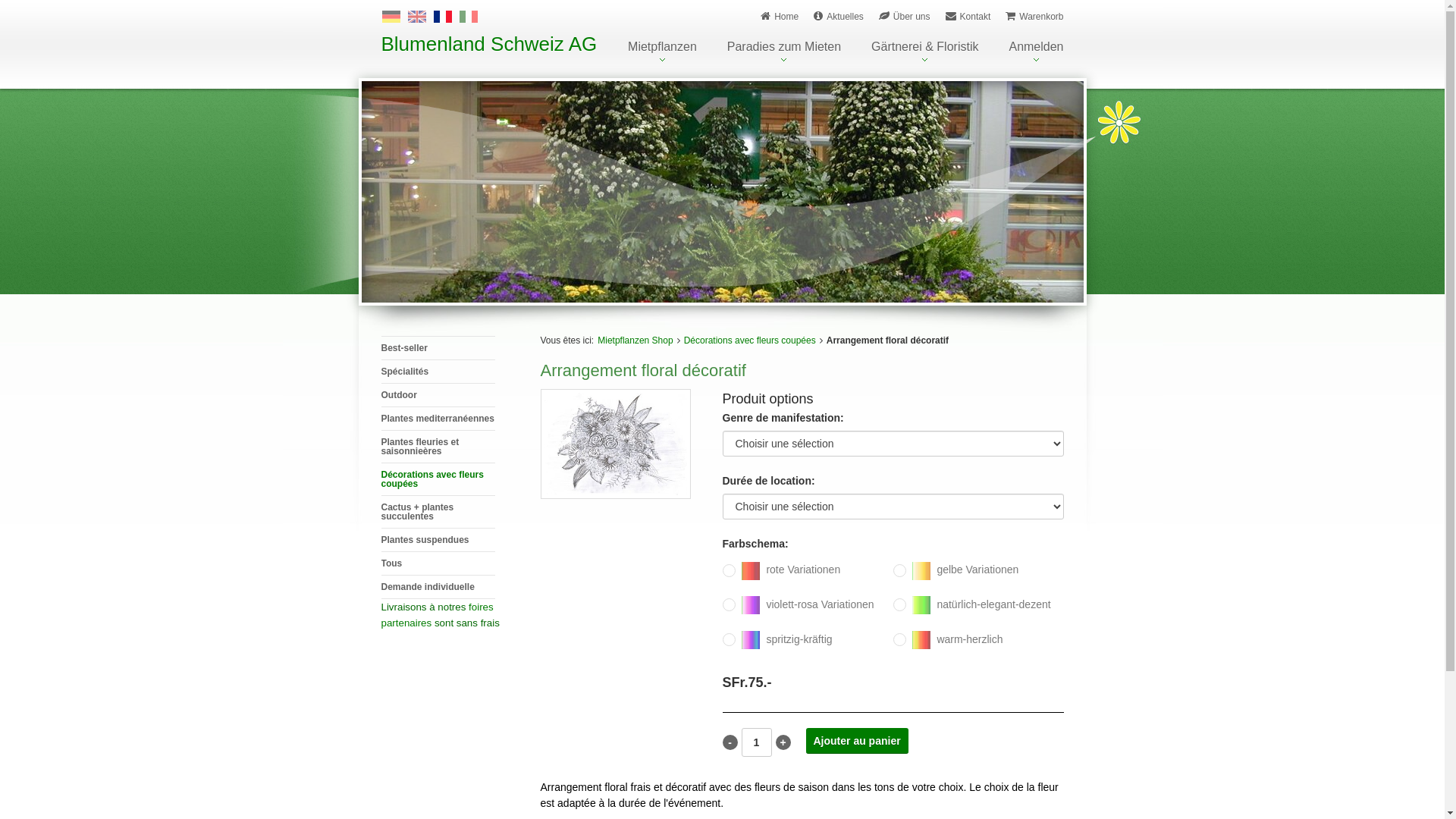 The height and width of the screenshot is (819, 1456). Describe the element at coordinates (436, 563) in the screenshot. I see `'Tous'` at that location.